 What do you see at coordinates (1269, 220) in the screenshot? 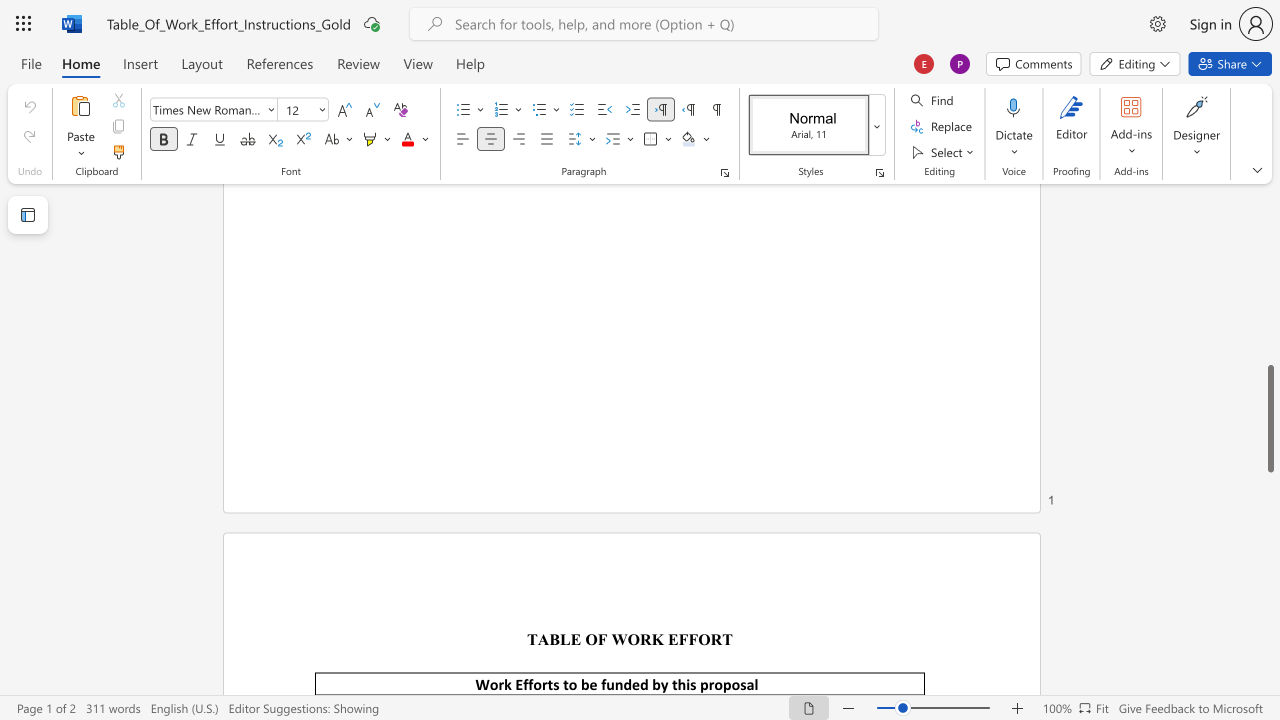
I see `the page's right scrollbar for upward movement` at bounding box center [1269, 220].